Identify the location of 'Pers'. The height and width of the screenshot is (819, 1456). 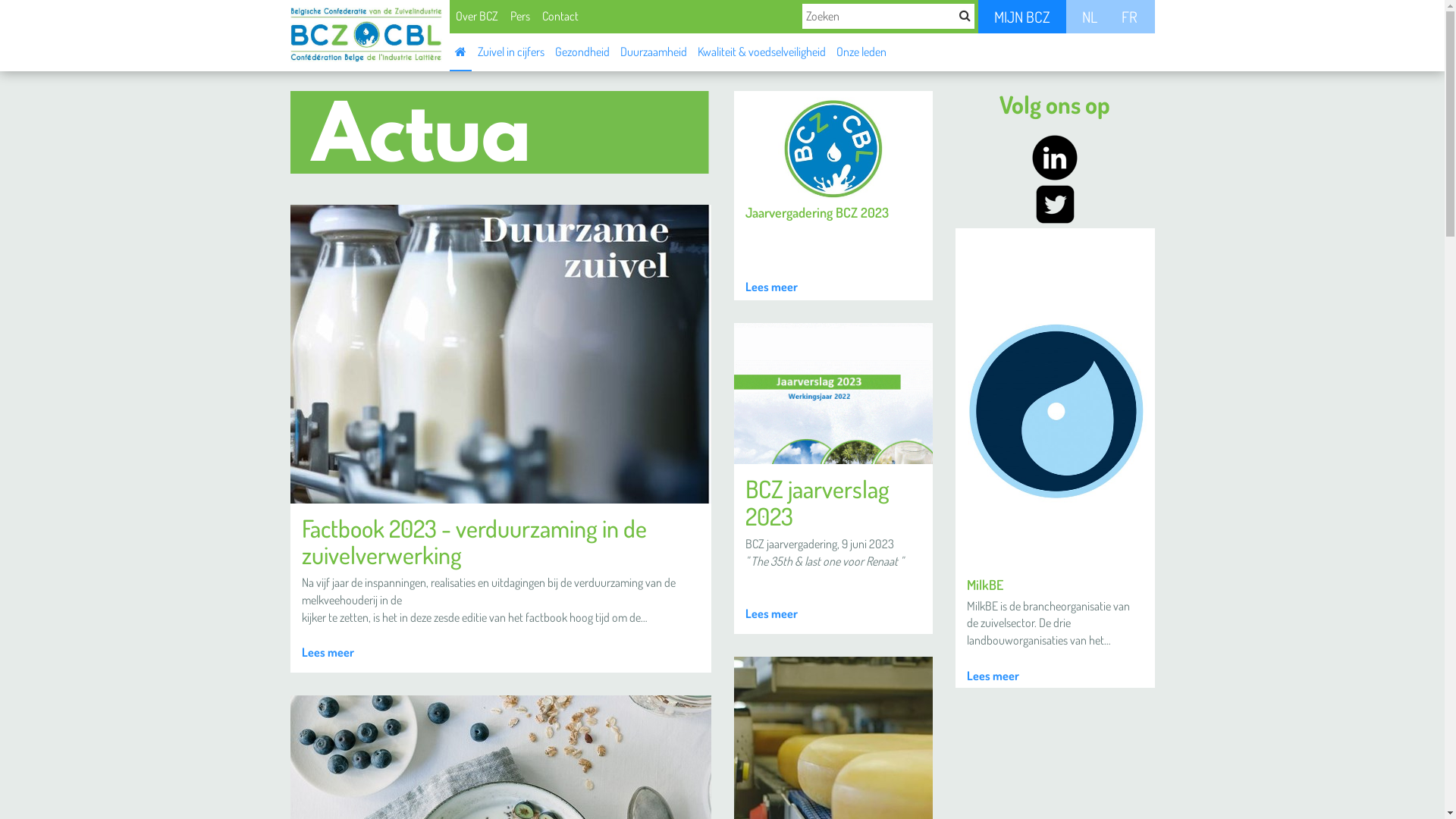
(519, 15).